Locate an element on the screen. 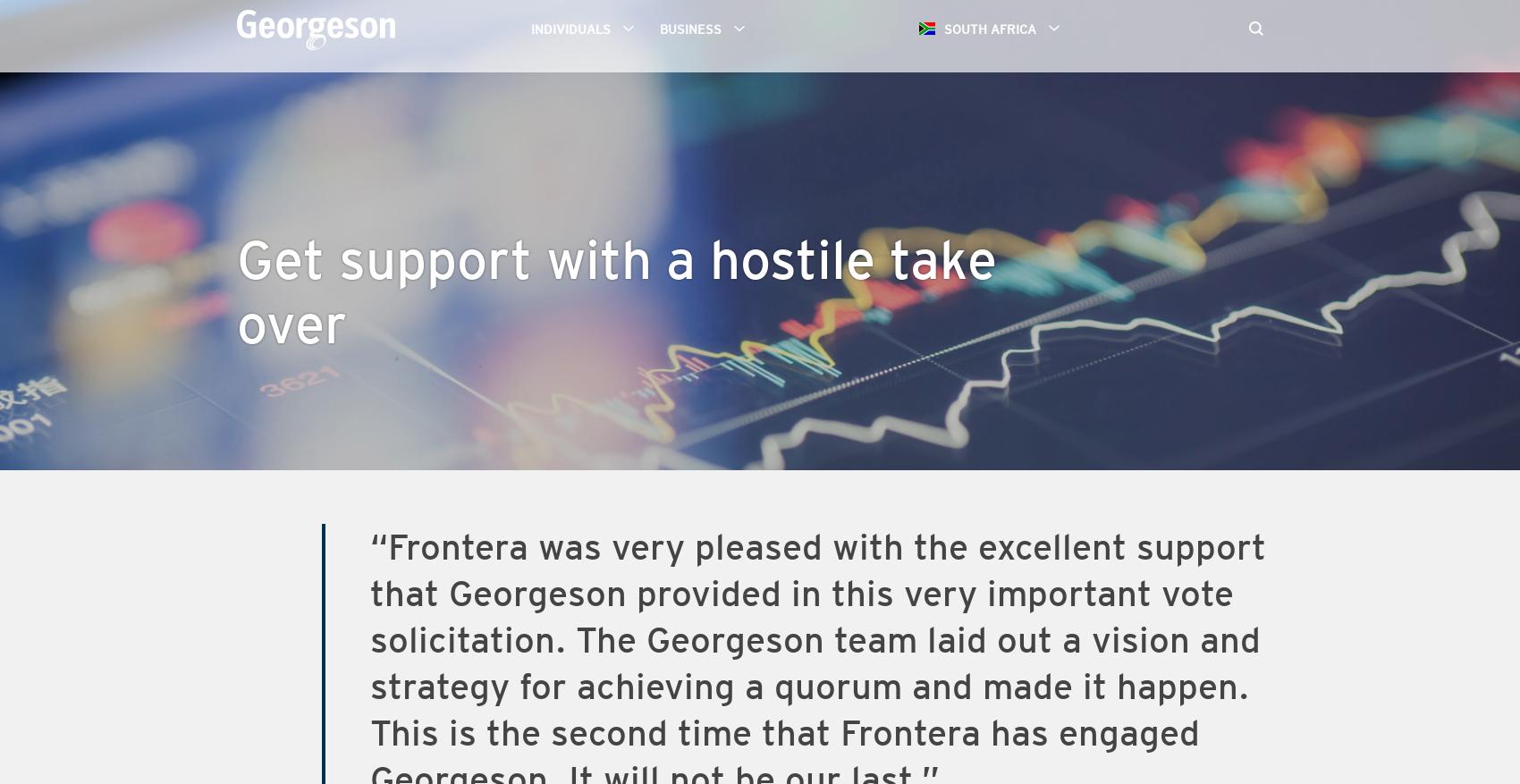  'Small Shareholder Programs' is located at coordinates (654, 155).